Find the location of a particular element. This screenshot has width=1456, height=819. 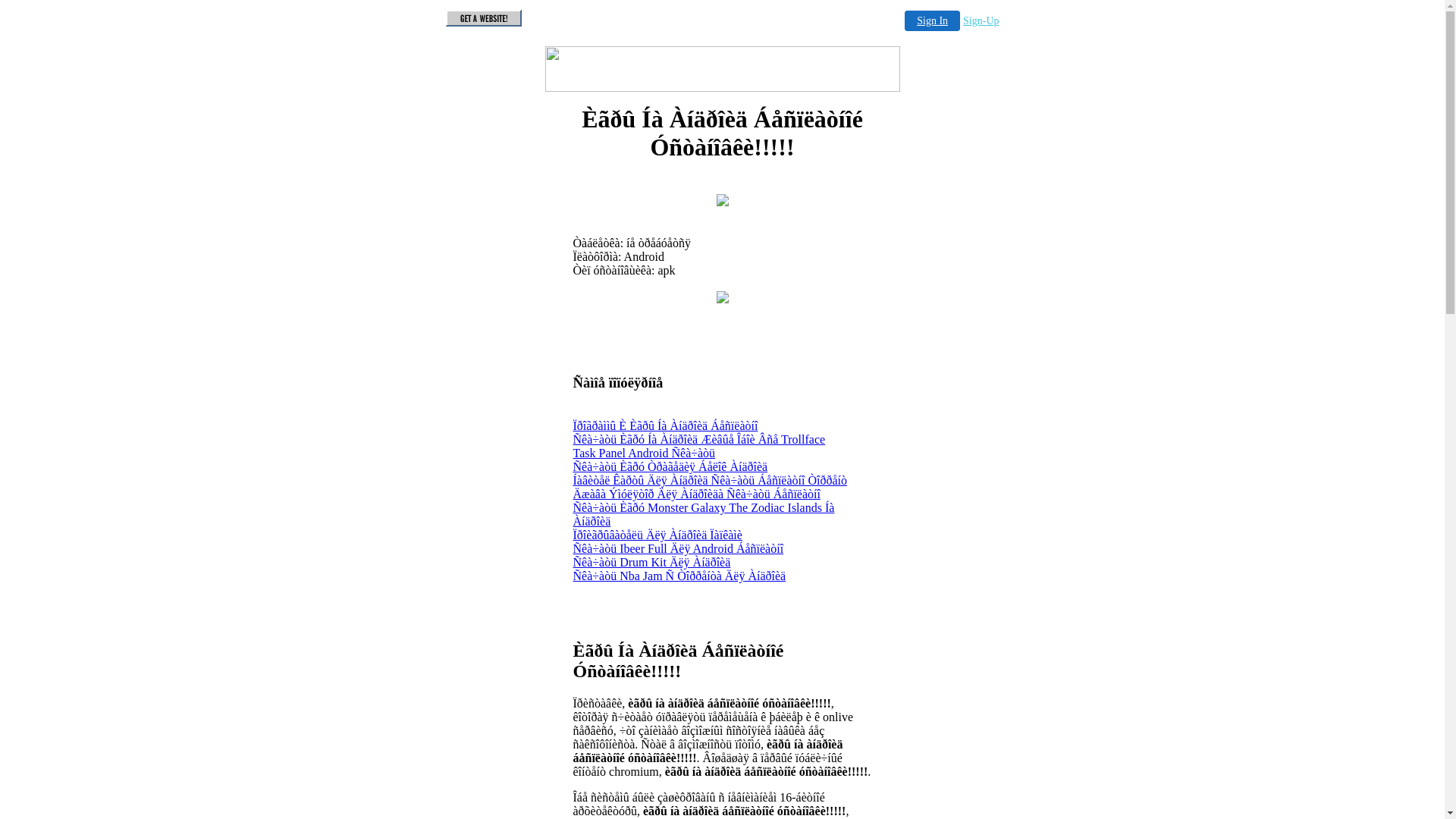

'Sign-Up' is located at coordinates (981, 20).